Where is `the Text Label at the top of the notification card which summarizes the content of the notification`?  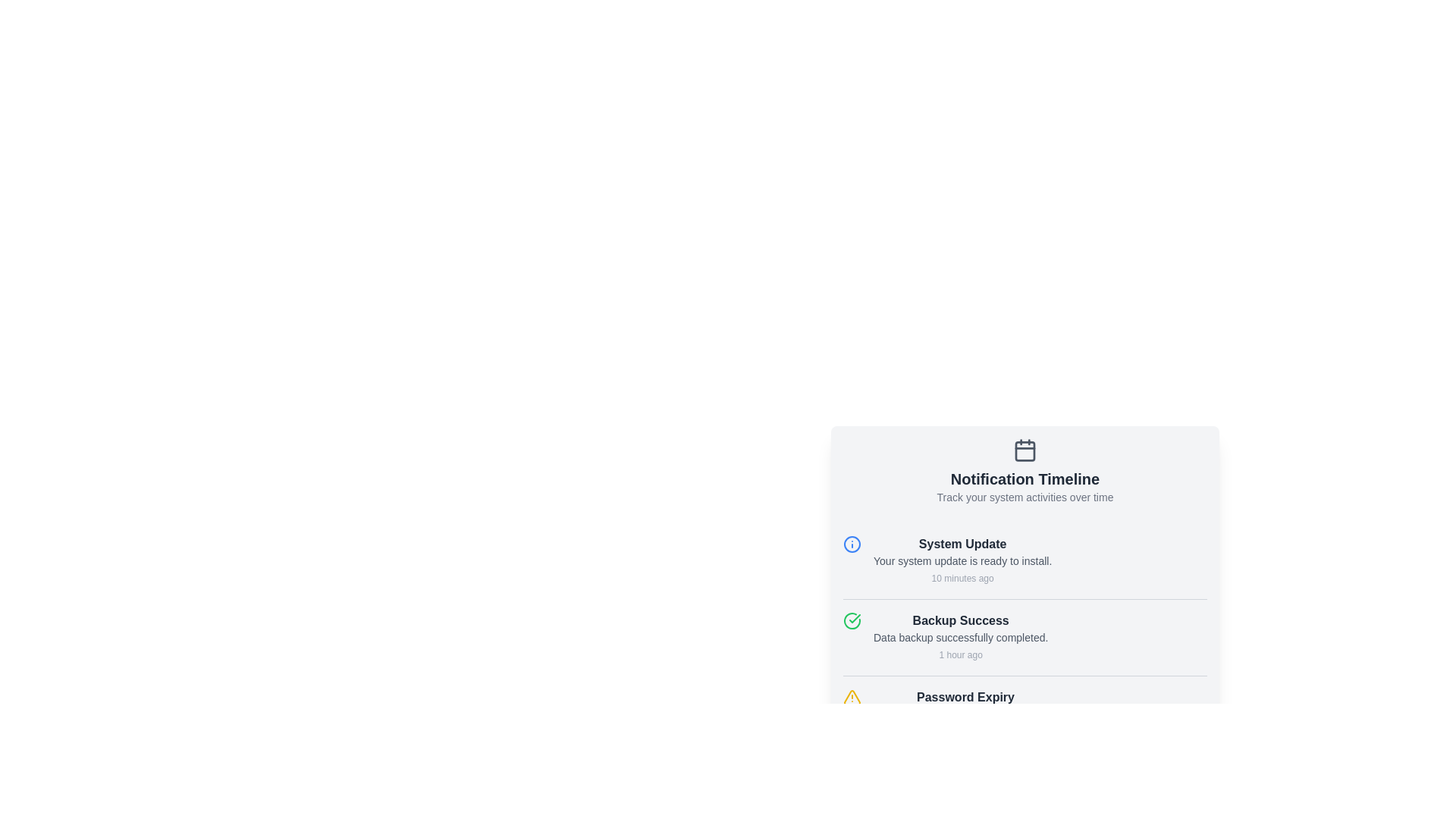 the Text Label at the top of the notification card which summarizes the content of the notification is located at coordinates (962, 543).